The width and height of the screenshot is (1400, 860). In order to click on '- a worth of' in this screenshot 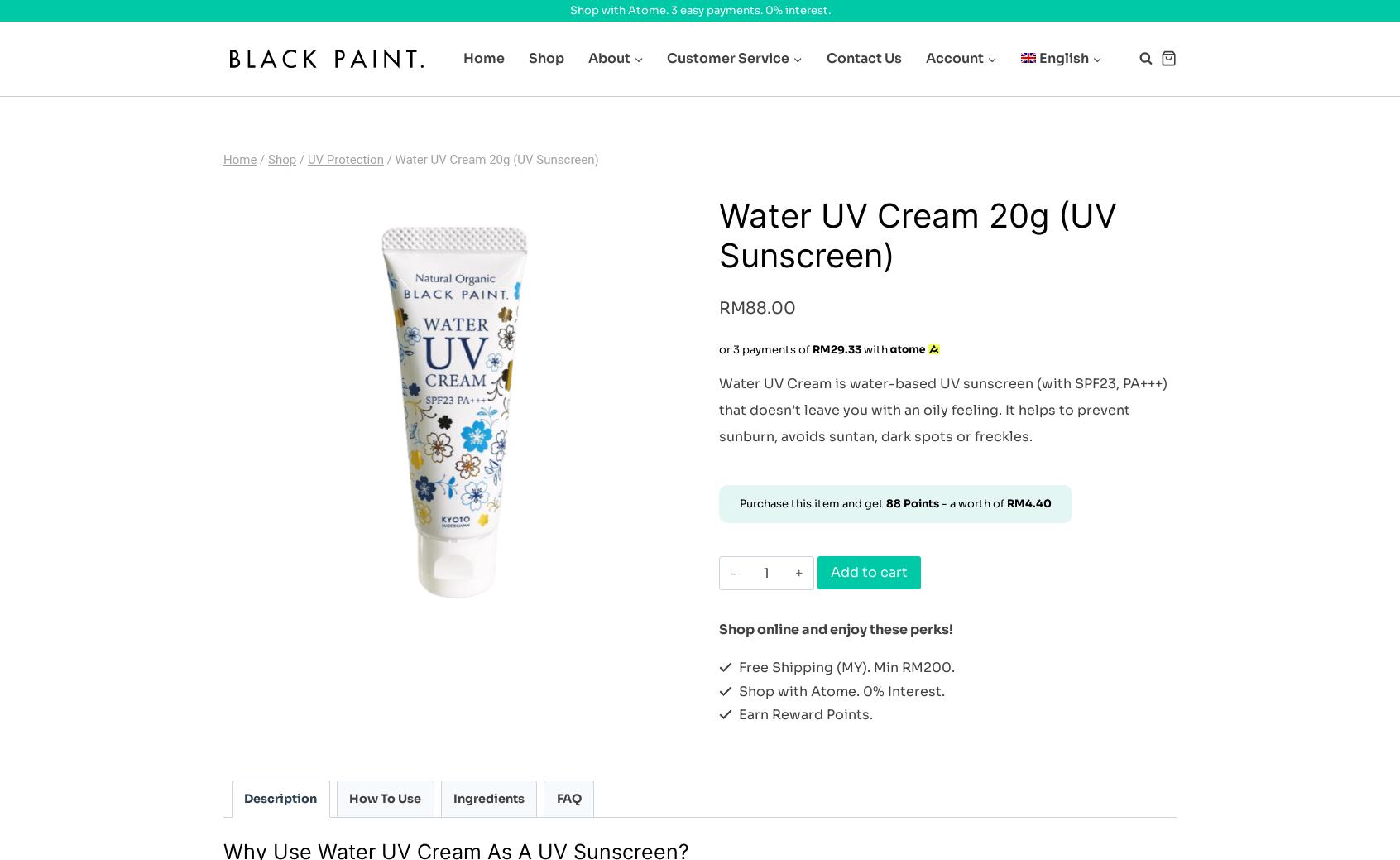, I will do `click(971, 503)`.